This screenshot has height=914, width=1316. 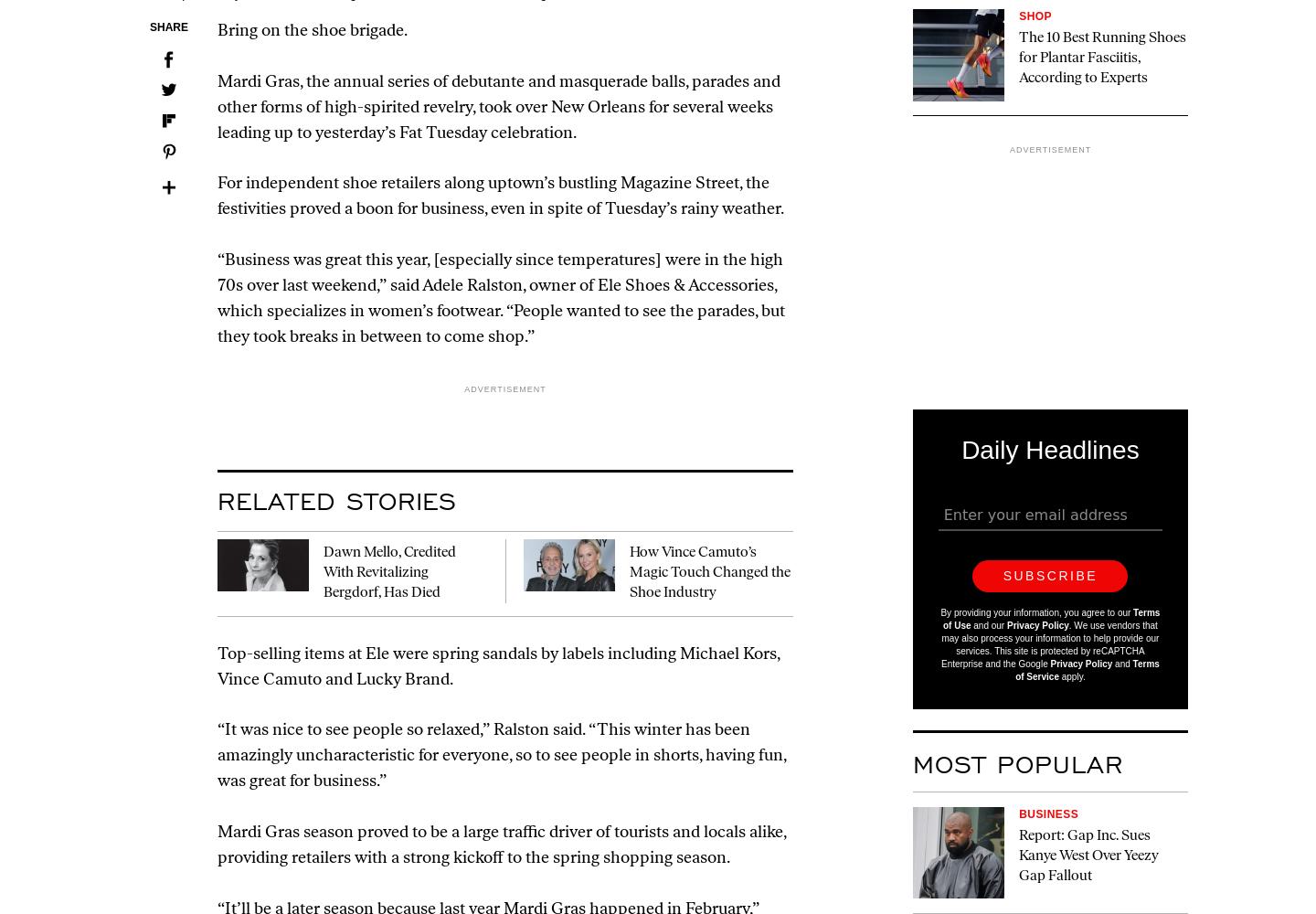 I want to click on 'Subscribe', so click(x=1049, y=576).